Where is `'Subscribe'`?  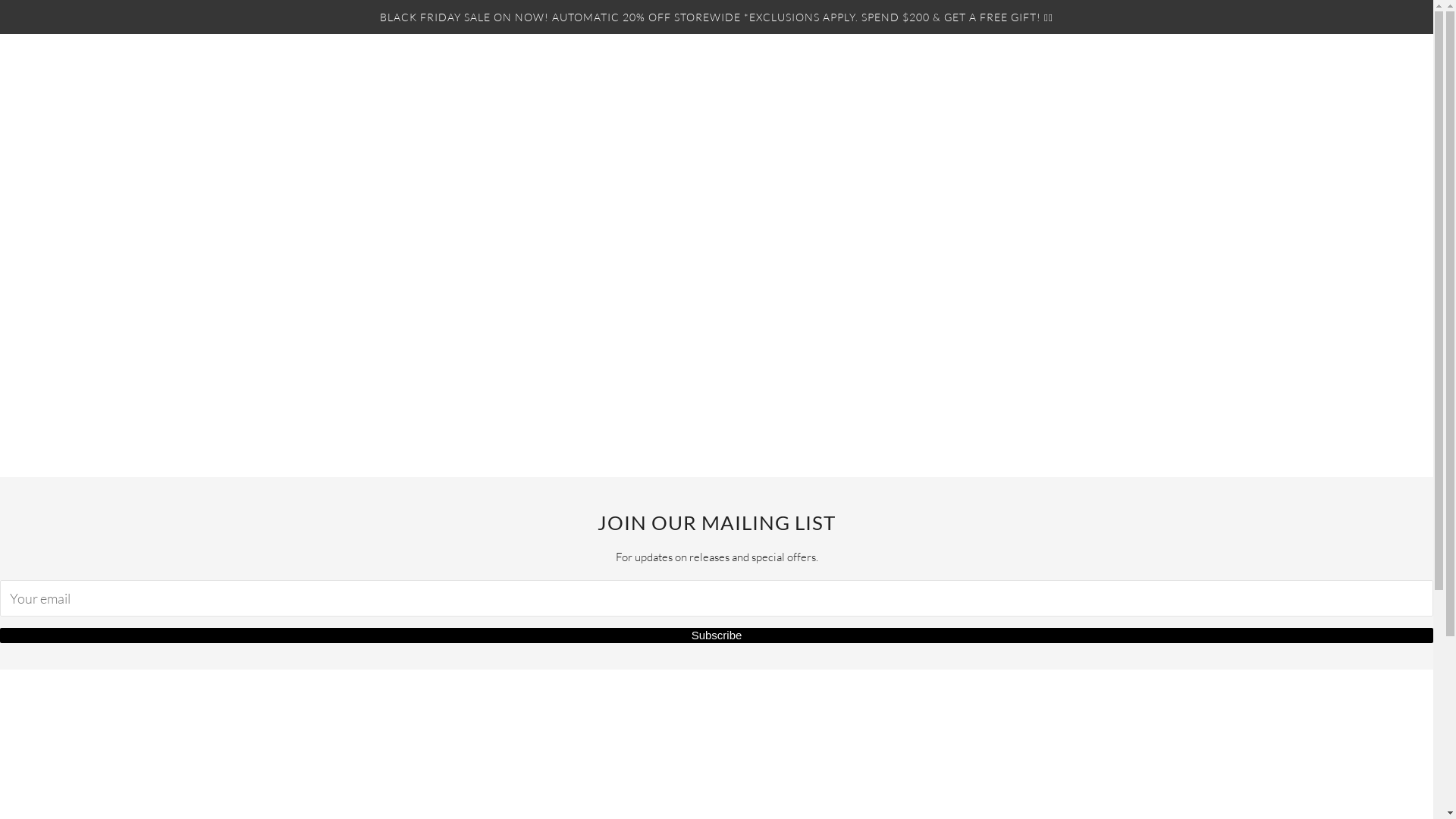 'Subscribe' is located at coordinates (716, 635).